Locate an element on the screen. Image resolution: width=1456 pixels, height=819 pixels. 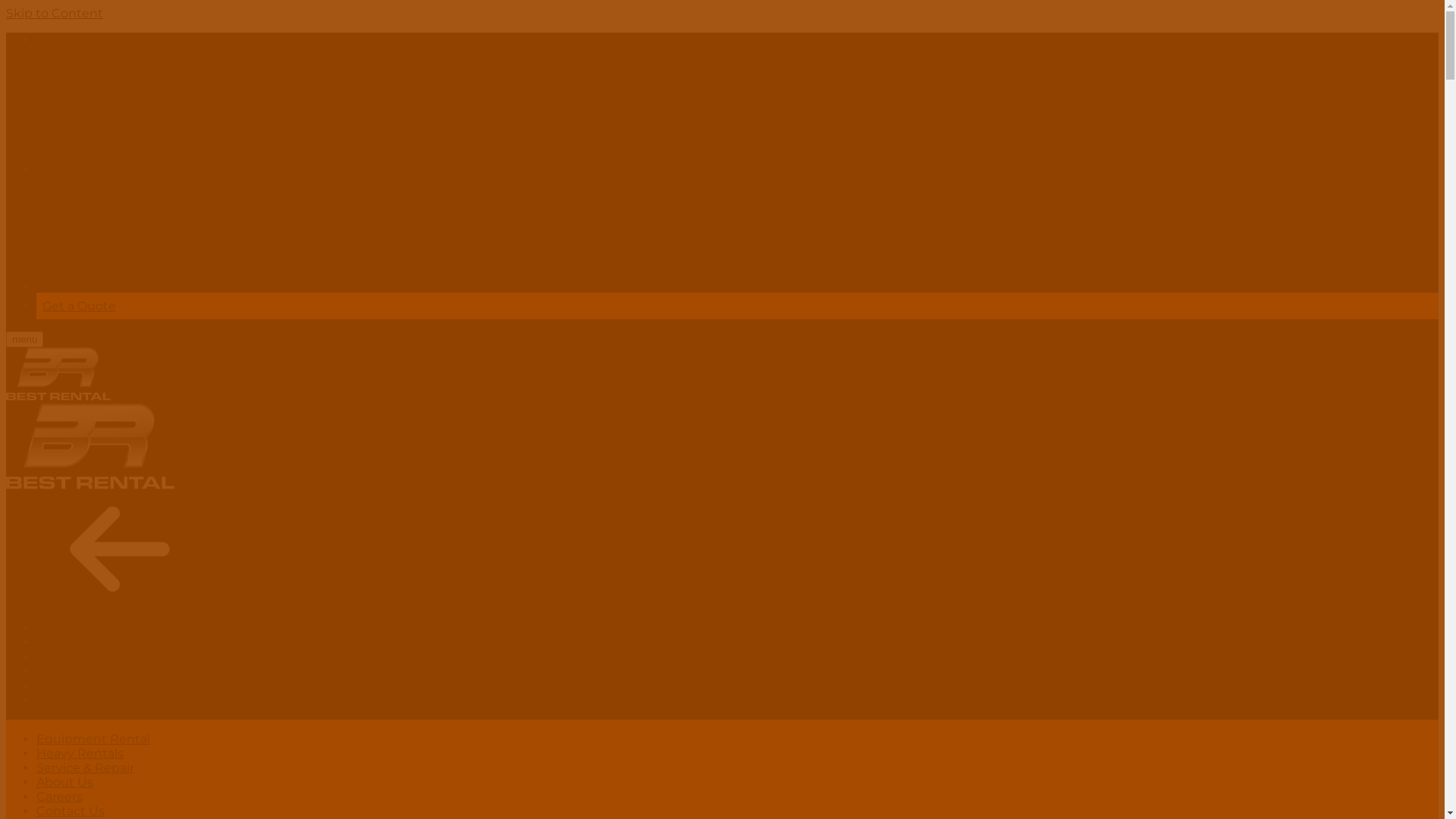
'About Us' is located at coordinates (64, 670).